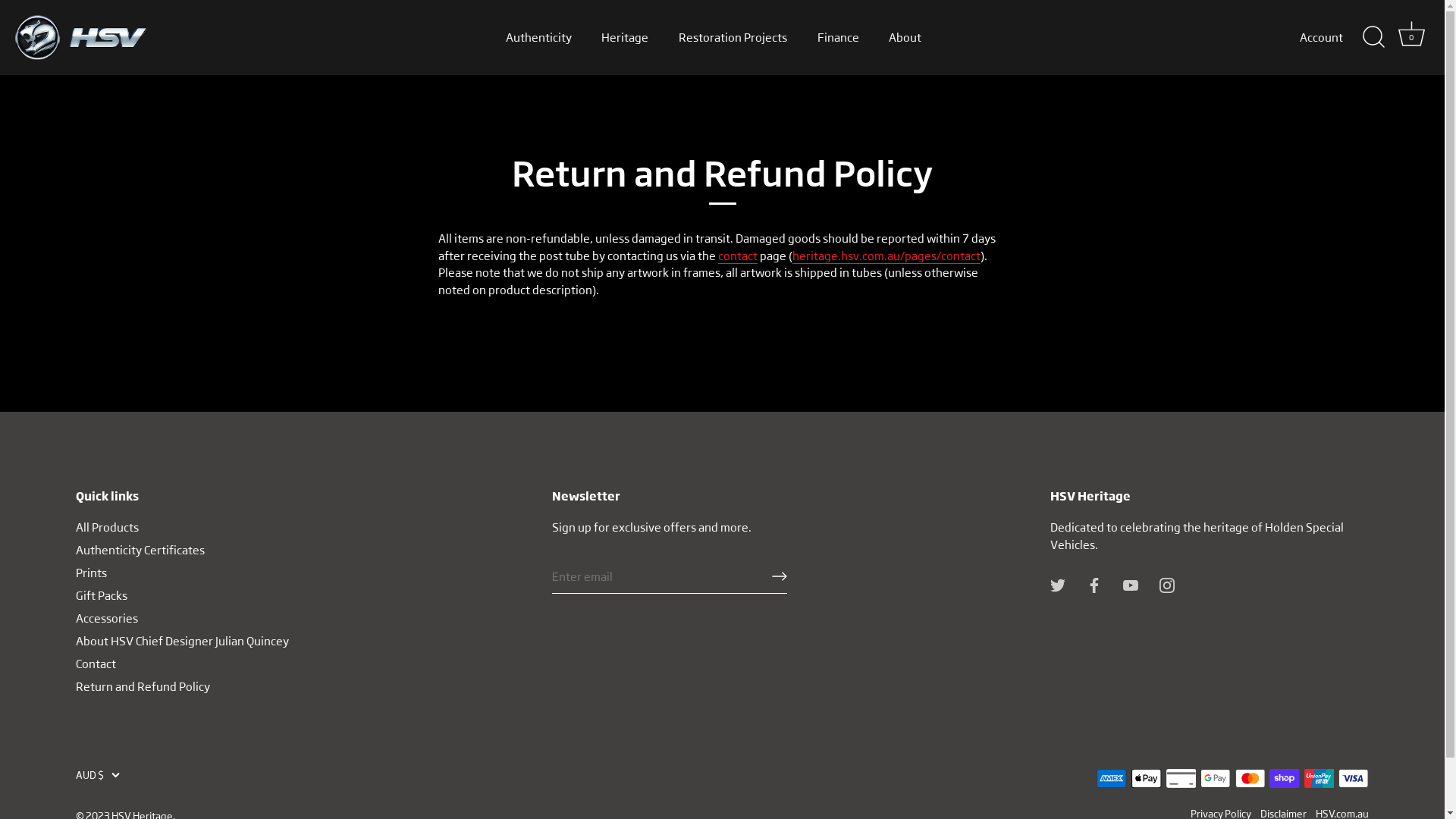 This screenshot has width=1456, height=819. I want to click on 'All Products', so click(106, 526).